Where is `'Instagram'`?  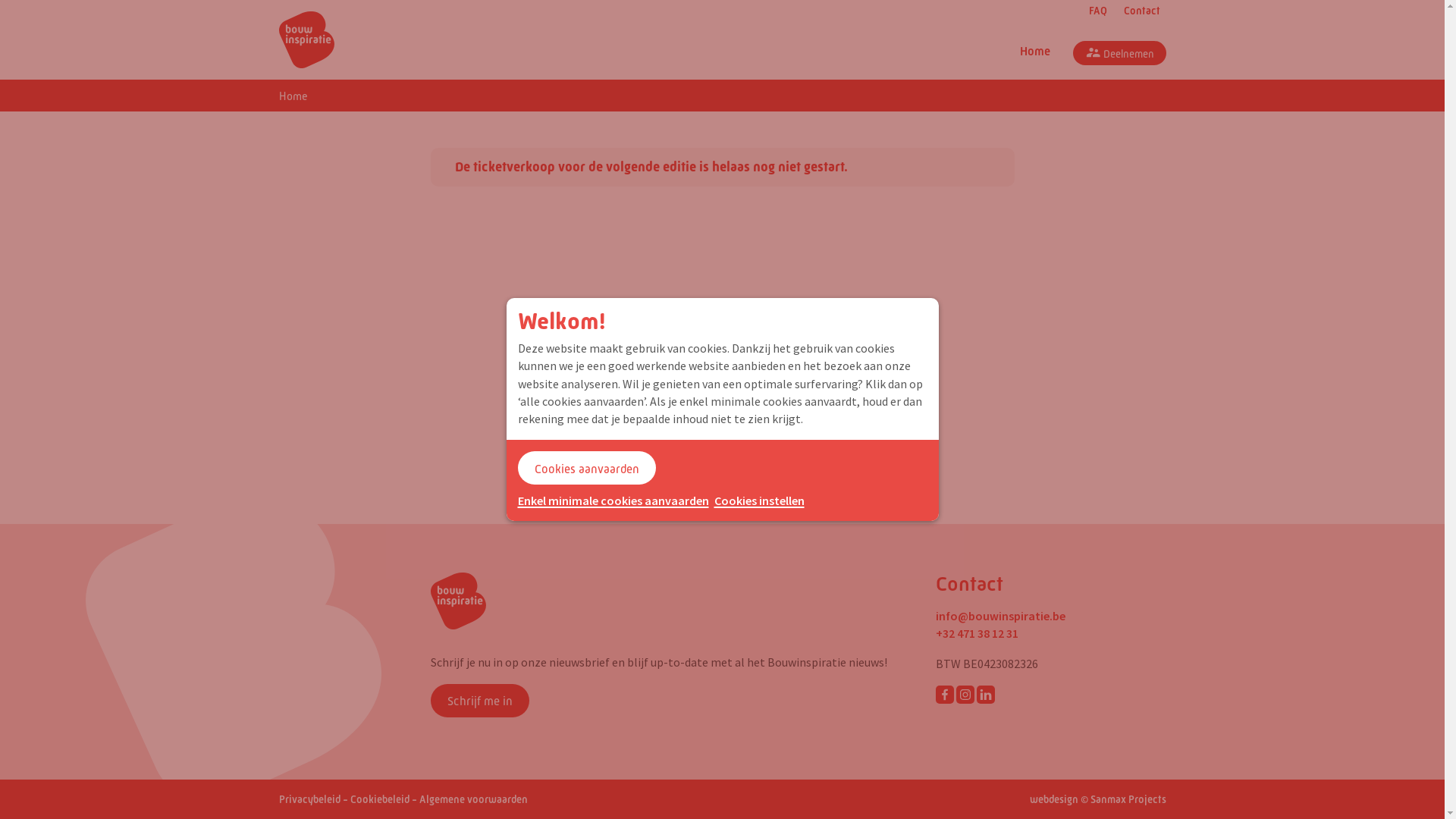 'Instagram' is located at coordinates (964, 694).